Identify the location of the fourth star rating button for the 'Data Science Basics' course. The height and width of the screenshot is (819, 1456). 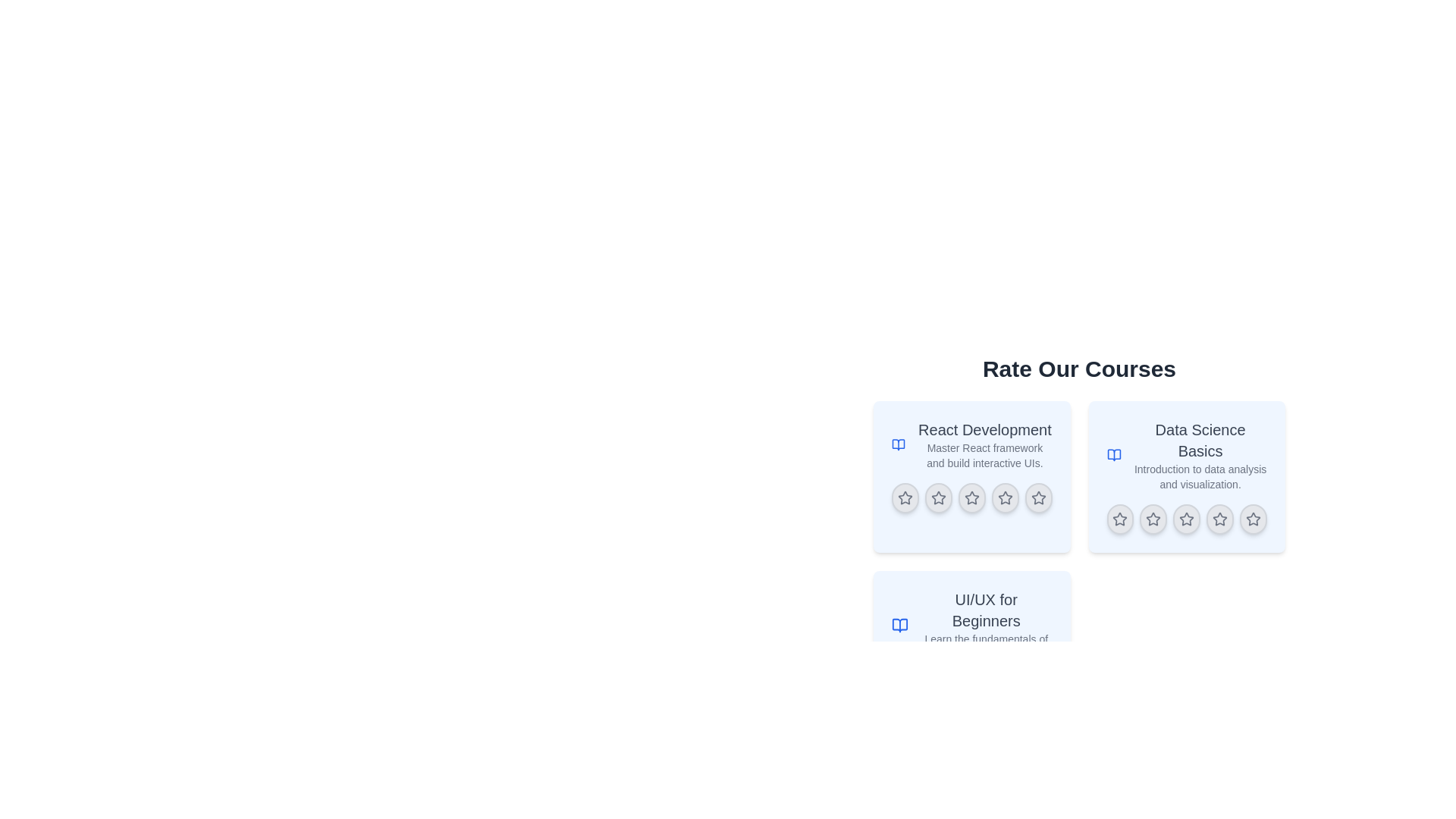
(1220, 519).